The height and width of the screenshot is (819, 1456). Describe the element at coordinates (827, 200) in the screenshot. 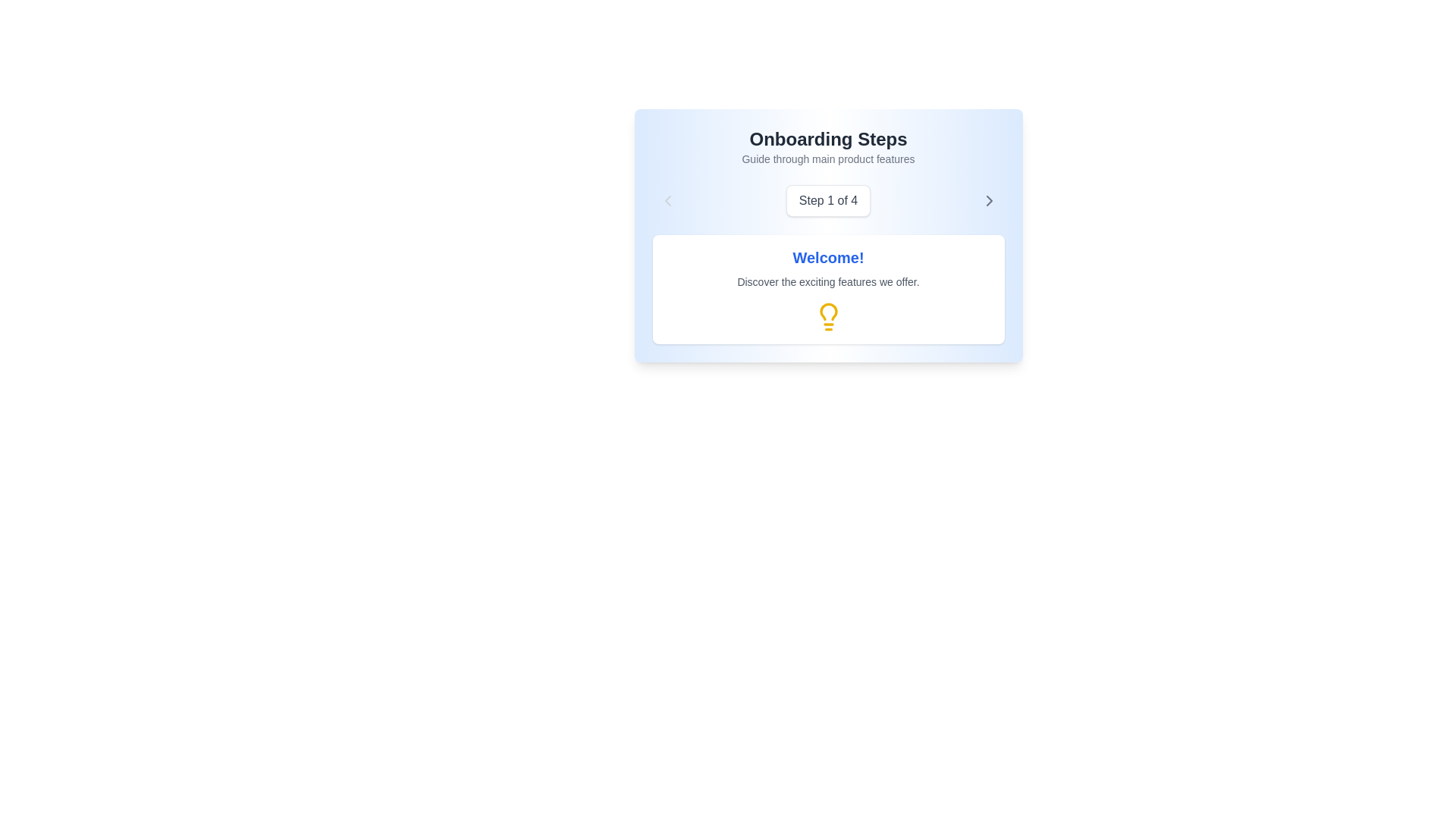

I see `the Label with navigation that displays the user's current step in the multi-step process, located centrally below the title 'Guide through main product features' and above the 'Welcome!' section` at that location.